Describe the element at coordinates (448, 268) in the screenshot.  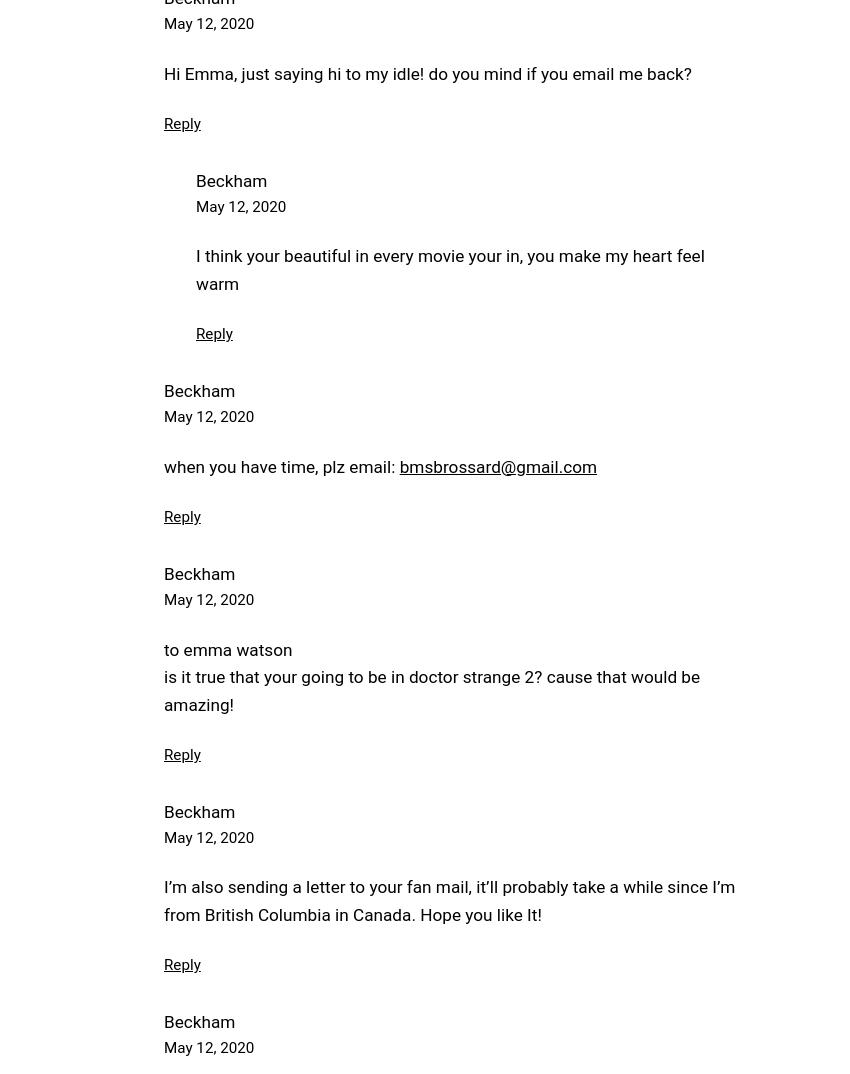
I see `'I think your beautiful in every movie your in, you make my heart feel warm'` at that location.